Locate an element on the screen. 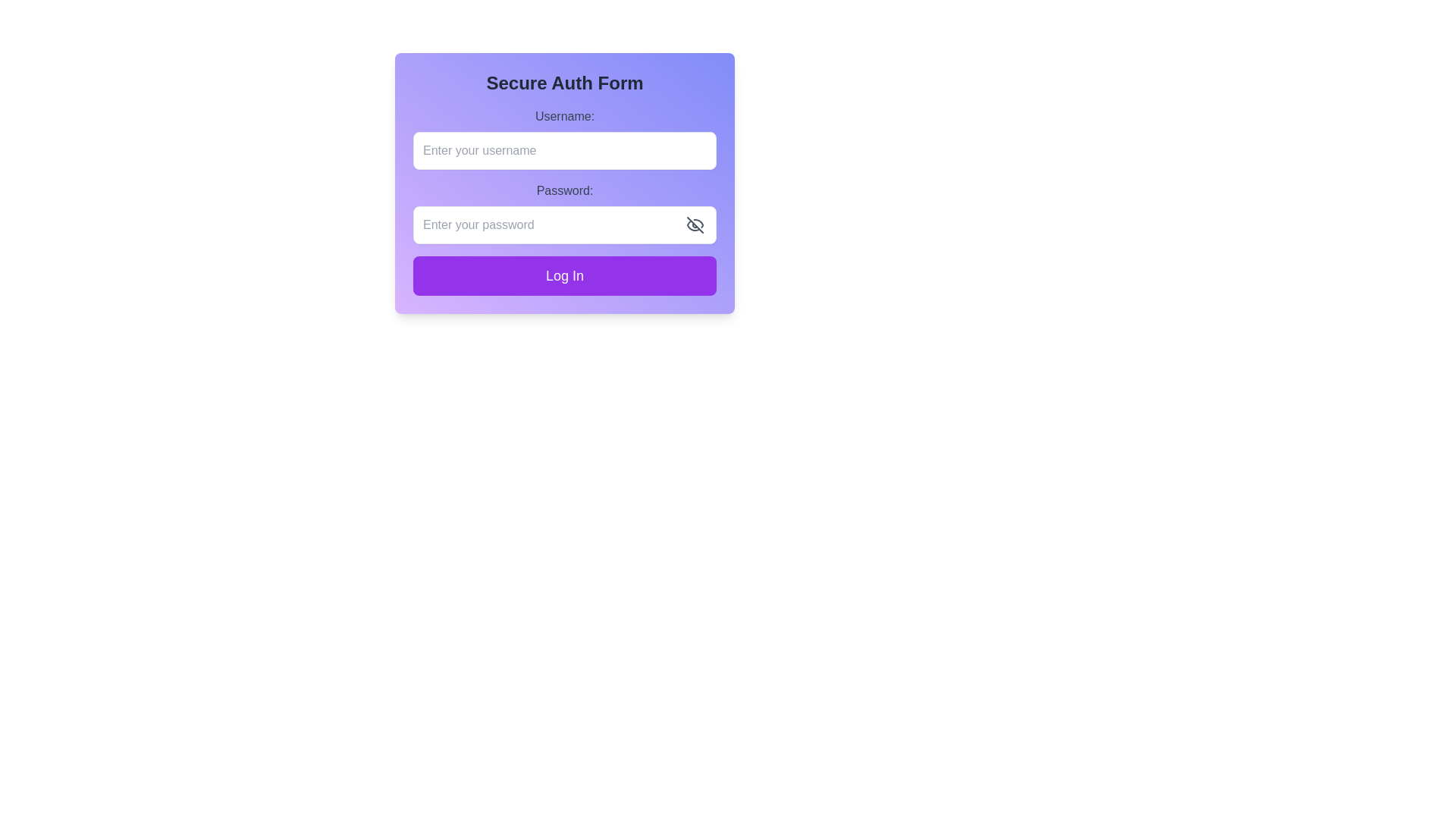 The image size is (1456, 819). the eye with a slash icon located at the rightmost edge of the password input field to potentially display a tooltip is located at coordinates (694, 225).